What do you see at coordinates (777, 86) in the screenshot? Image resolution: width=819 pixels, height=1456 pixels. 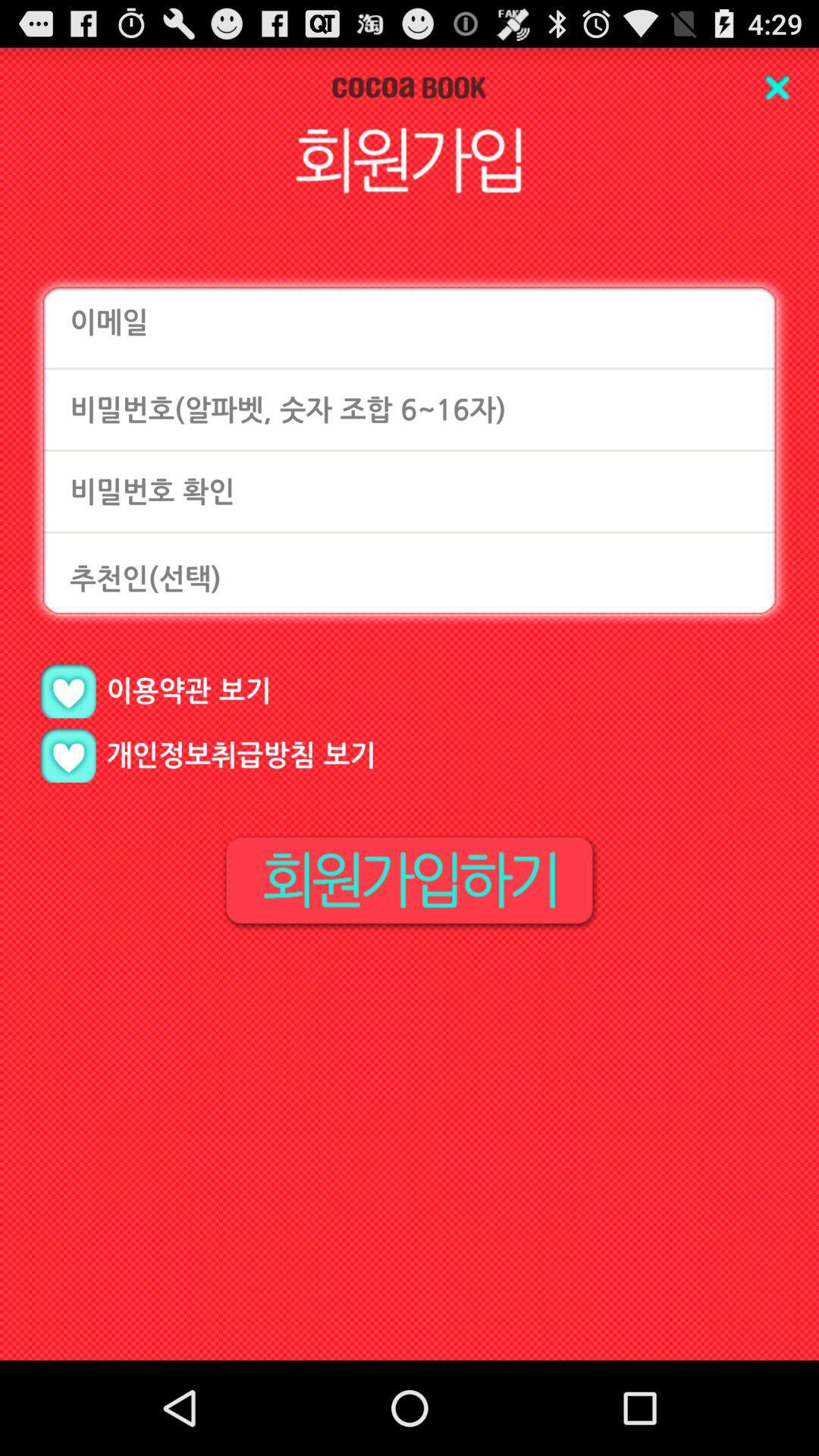 I see `entry` at bounding box center [777, 86].